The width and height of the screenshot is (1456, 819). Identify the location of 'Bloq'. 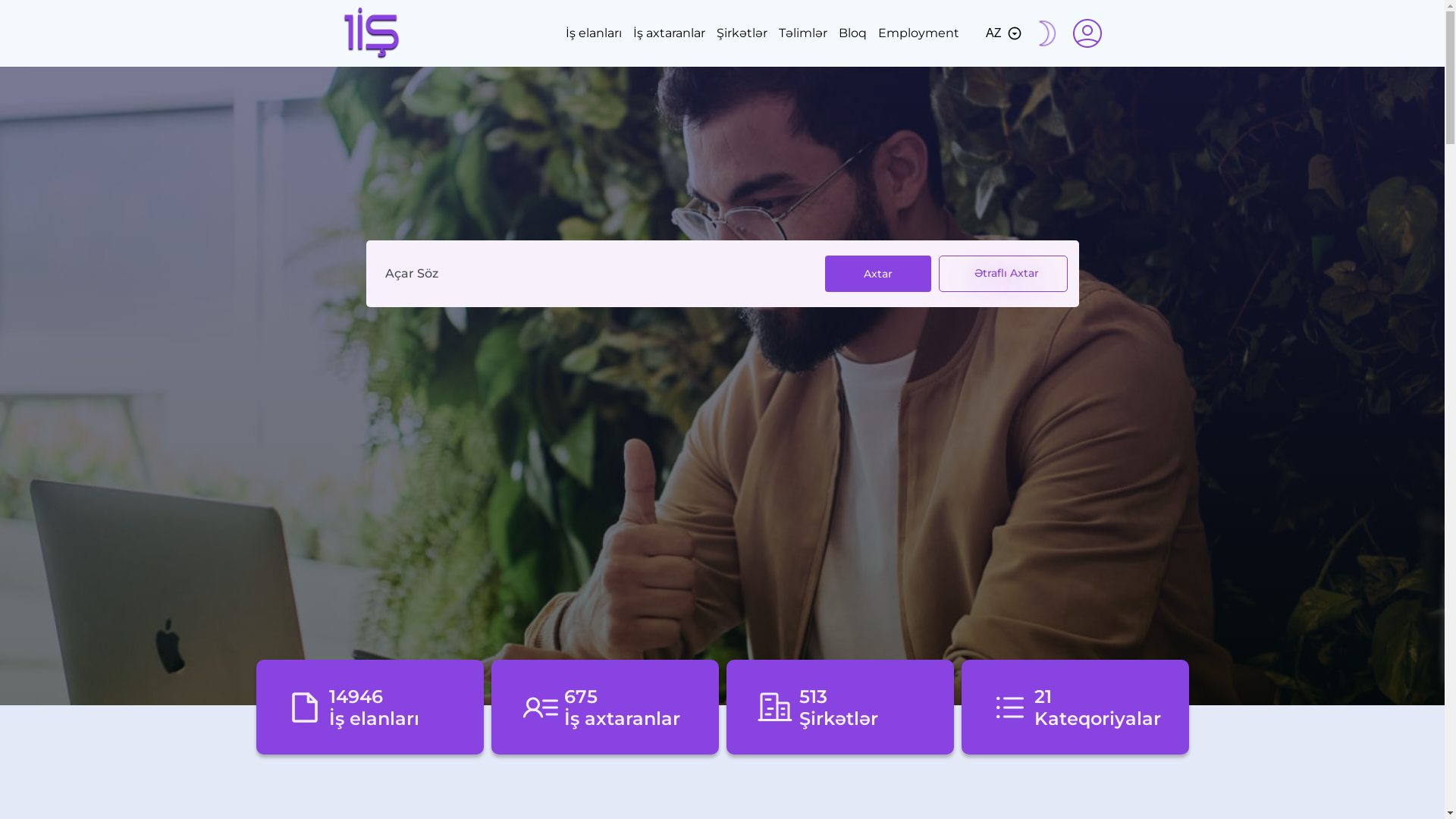
(852, 33).